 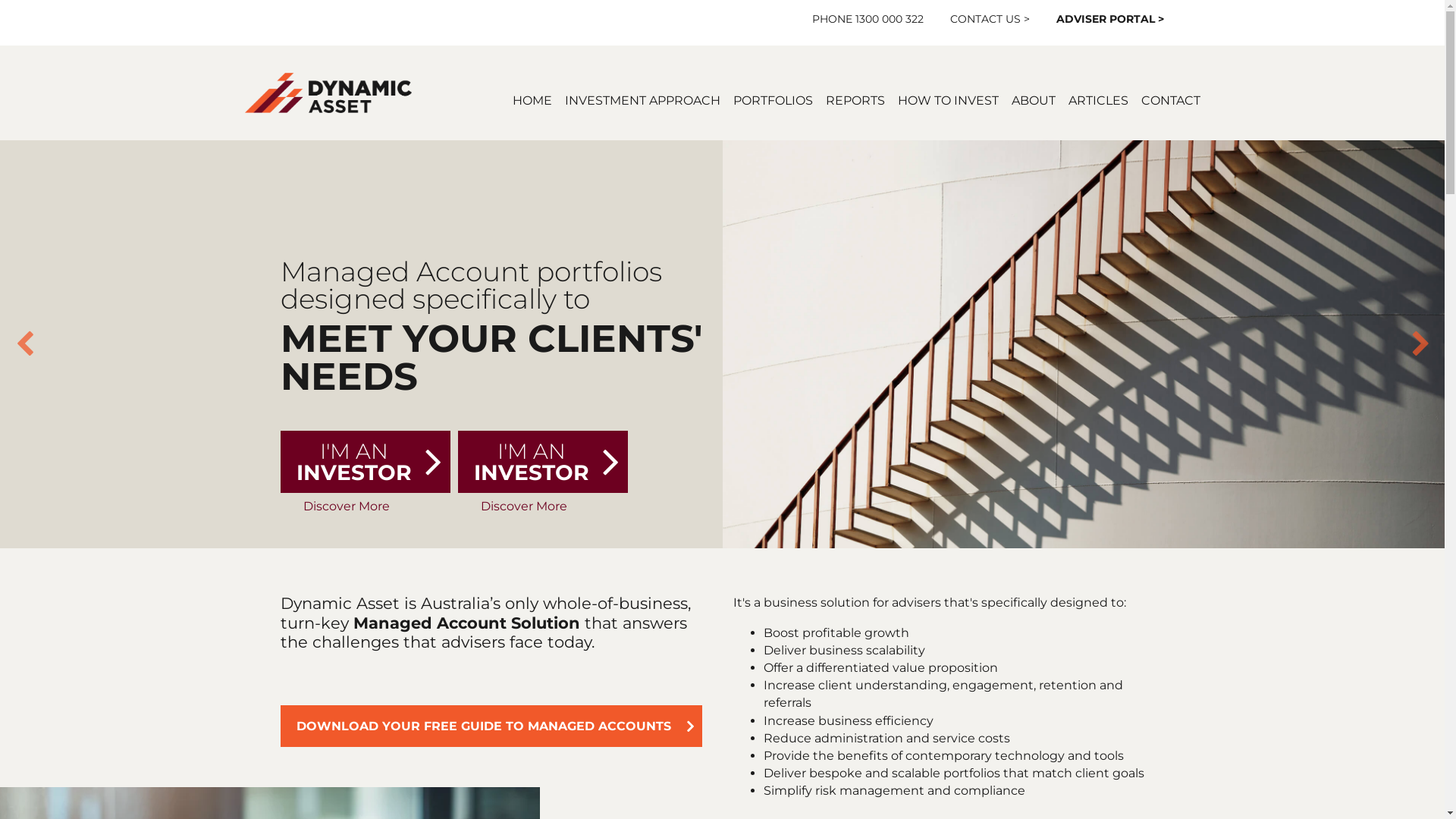 I want to click on 'INVESTMENT APPROACH', so click(x=642, y=100).